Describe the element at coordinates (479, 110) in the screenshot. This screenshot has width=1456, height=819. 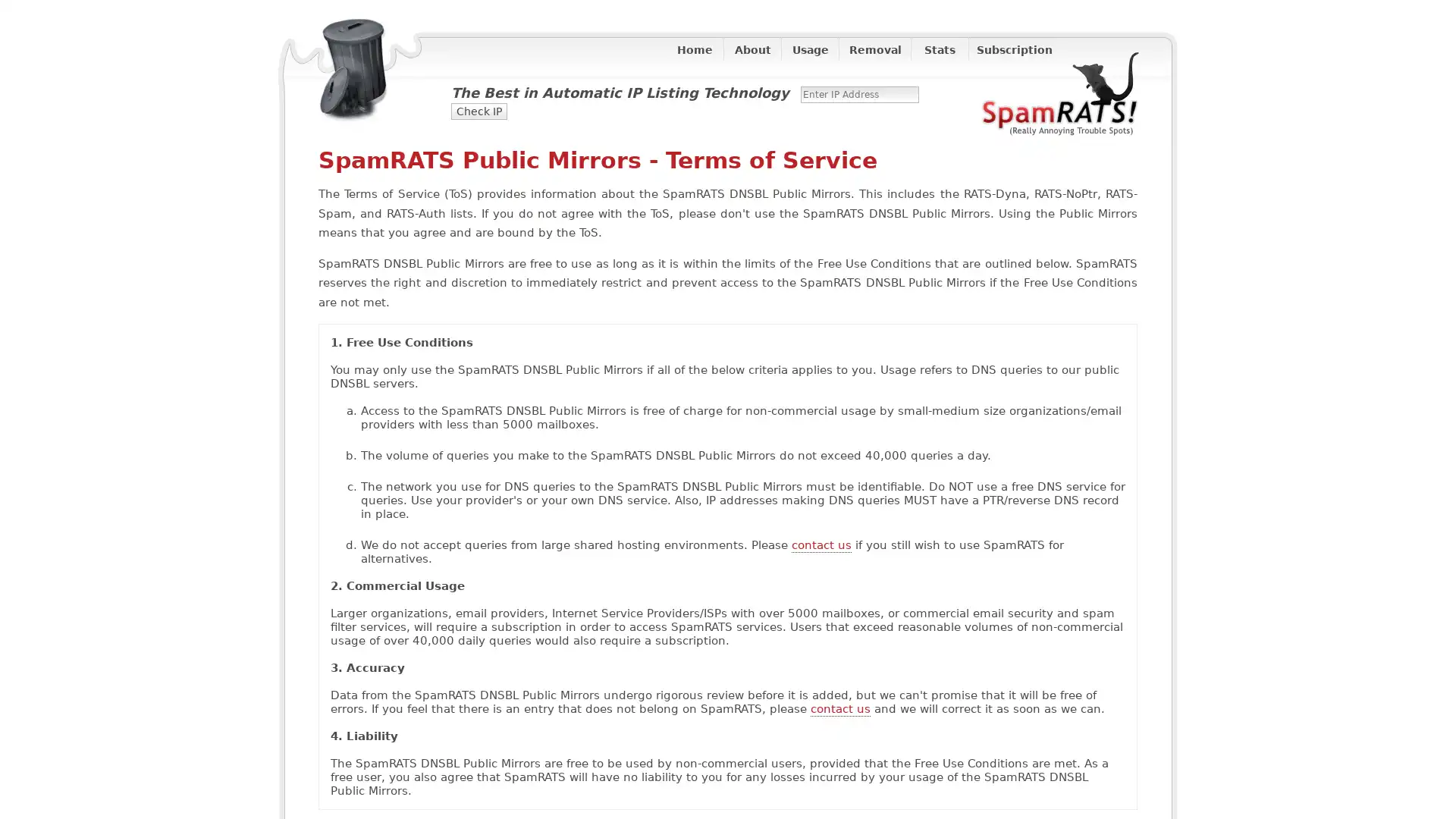
I see `Check IP` at that location.